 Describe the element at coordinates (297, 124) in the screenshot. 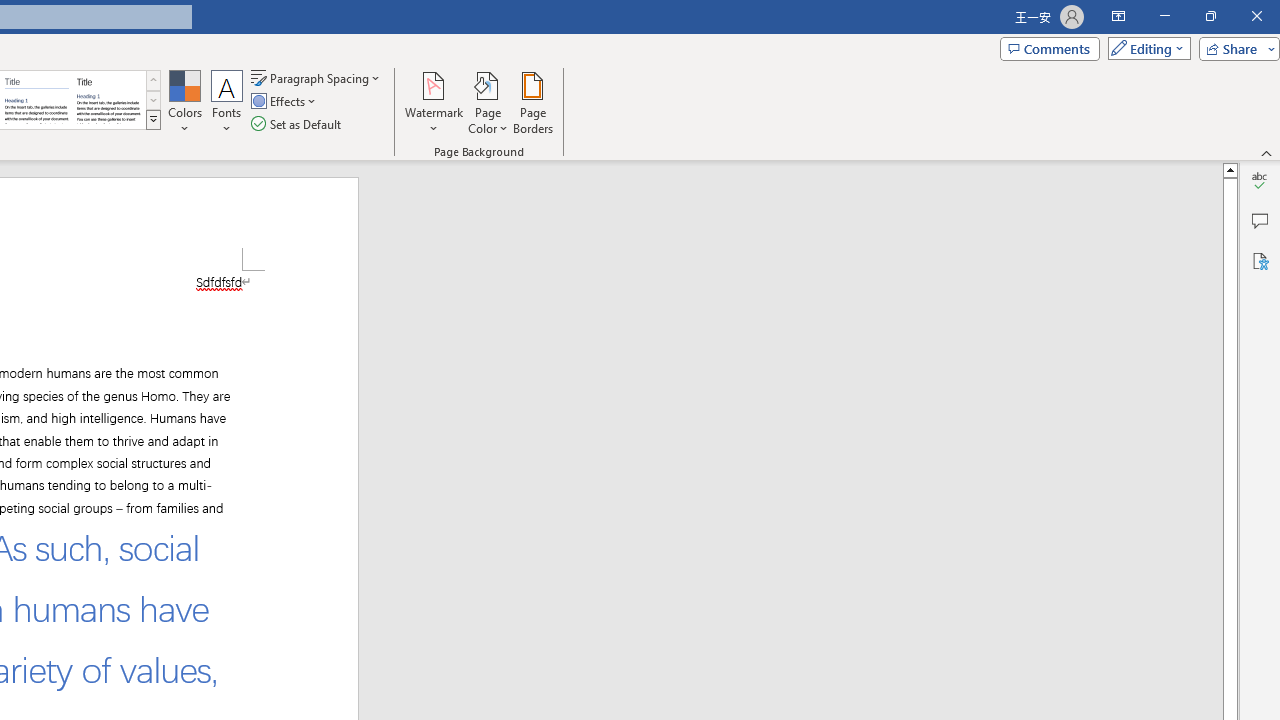

I see `'Set as Default'` at that location.